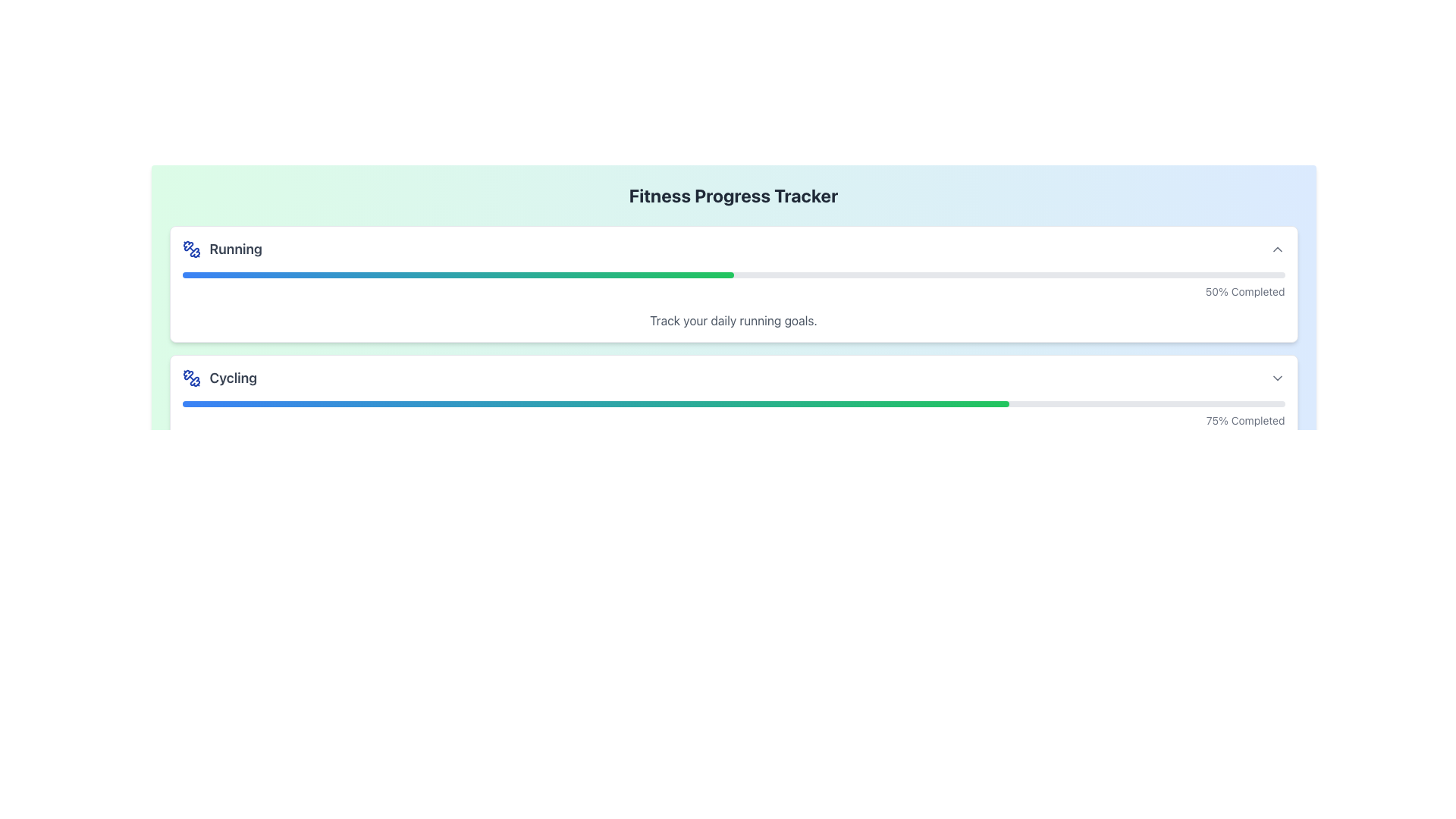 The image size is (1456, 819). What do you see at coordinates (221, 248) in the screenshot?
I see `the 'Running' text label, which is styled in bold dark gray font and is located above the progress bar in the 'Fitness Progress Tracker' section` at bounding box center [221, 248].